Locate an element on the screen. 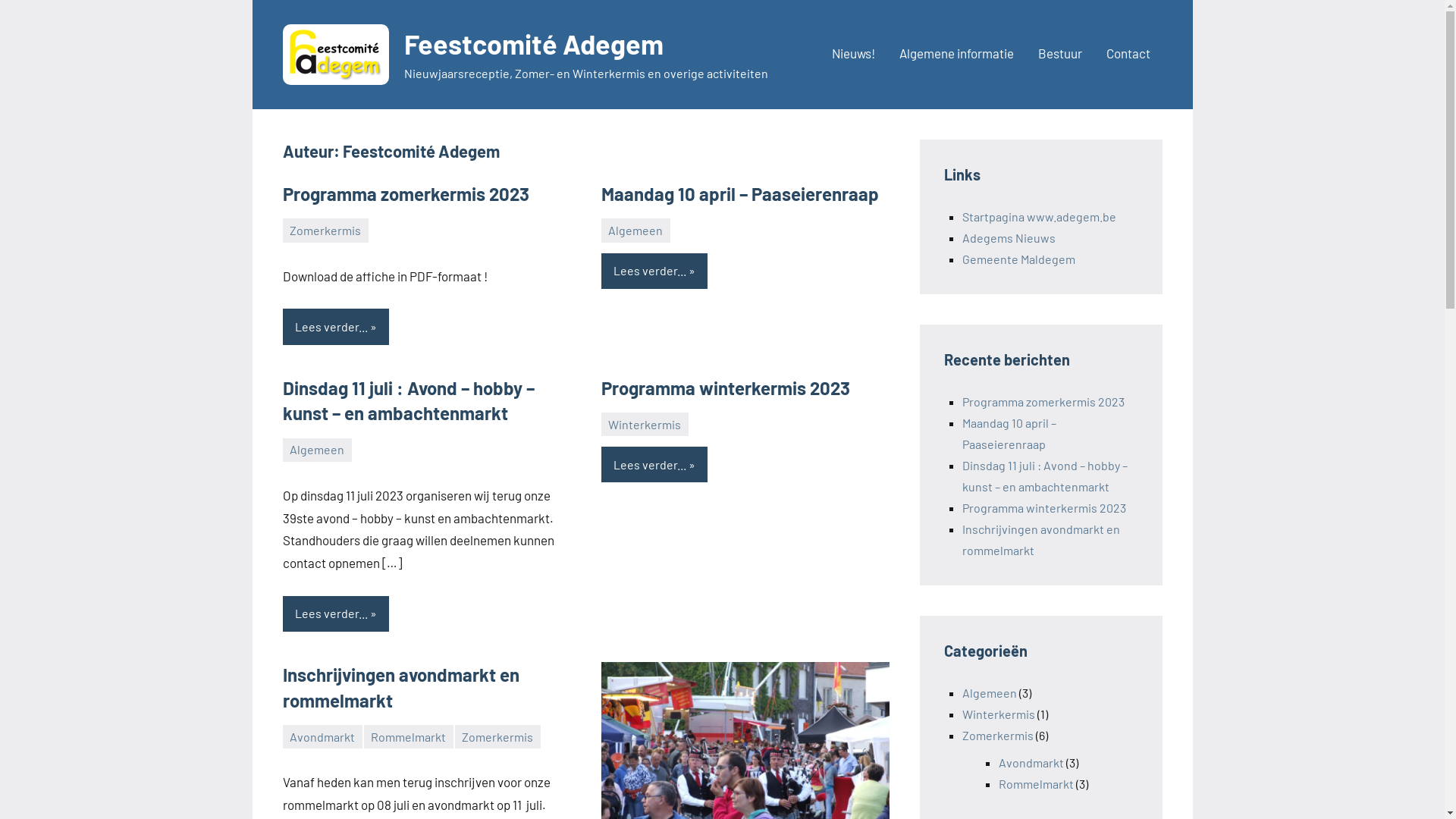 The image size is (1456, 819). 'Gemeente Maldegem' is located at coordinates (1018, 258).